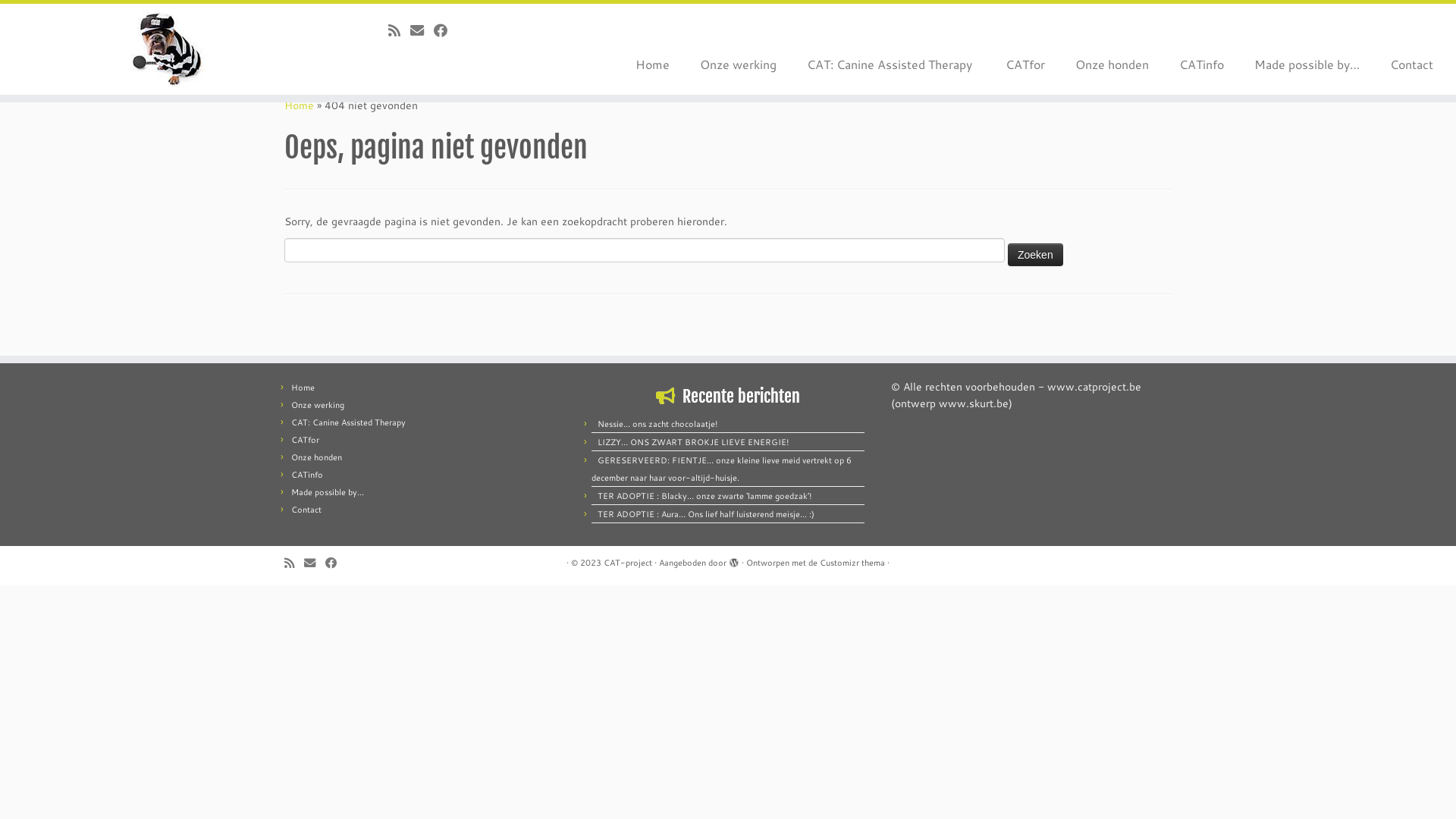  What do you see at coordinates (1059, 63) in the screenshot?
I see `'Onze honden'` at bounding box center [1059, 63].